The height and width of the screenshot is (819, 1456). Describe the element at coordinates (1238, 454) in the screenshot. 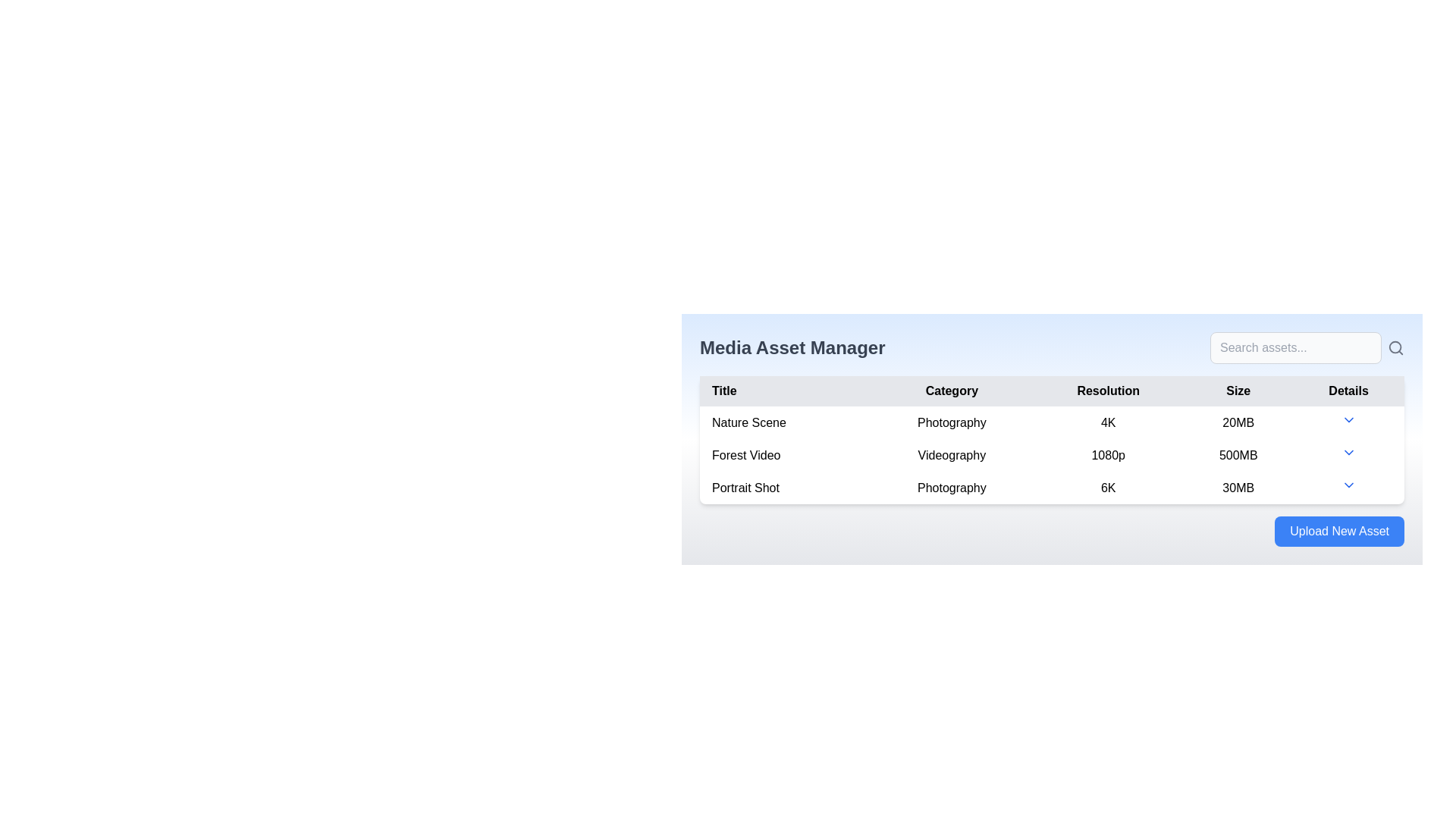

I see `file size label for the 'Forest Video' entry located in the 'Size' column of the second row in the asset manager` at that location.